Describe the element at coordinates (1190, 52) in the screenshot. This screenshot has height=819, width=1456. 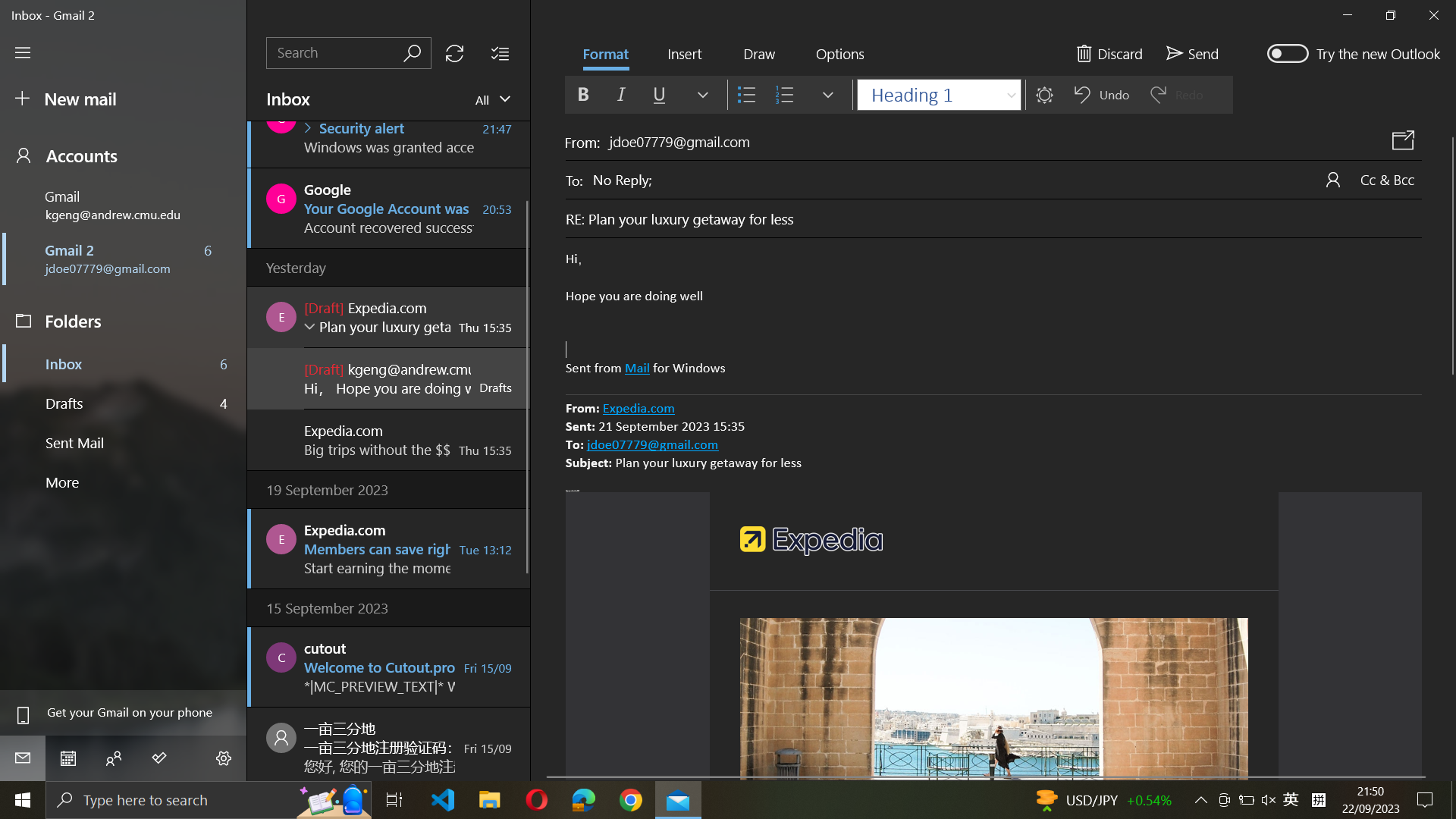
I see `Deliver the precreated mail` at that location.